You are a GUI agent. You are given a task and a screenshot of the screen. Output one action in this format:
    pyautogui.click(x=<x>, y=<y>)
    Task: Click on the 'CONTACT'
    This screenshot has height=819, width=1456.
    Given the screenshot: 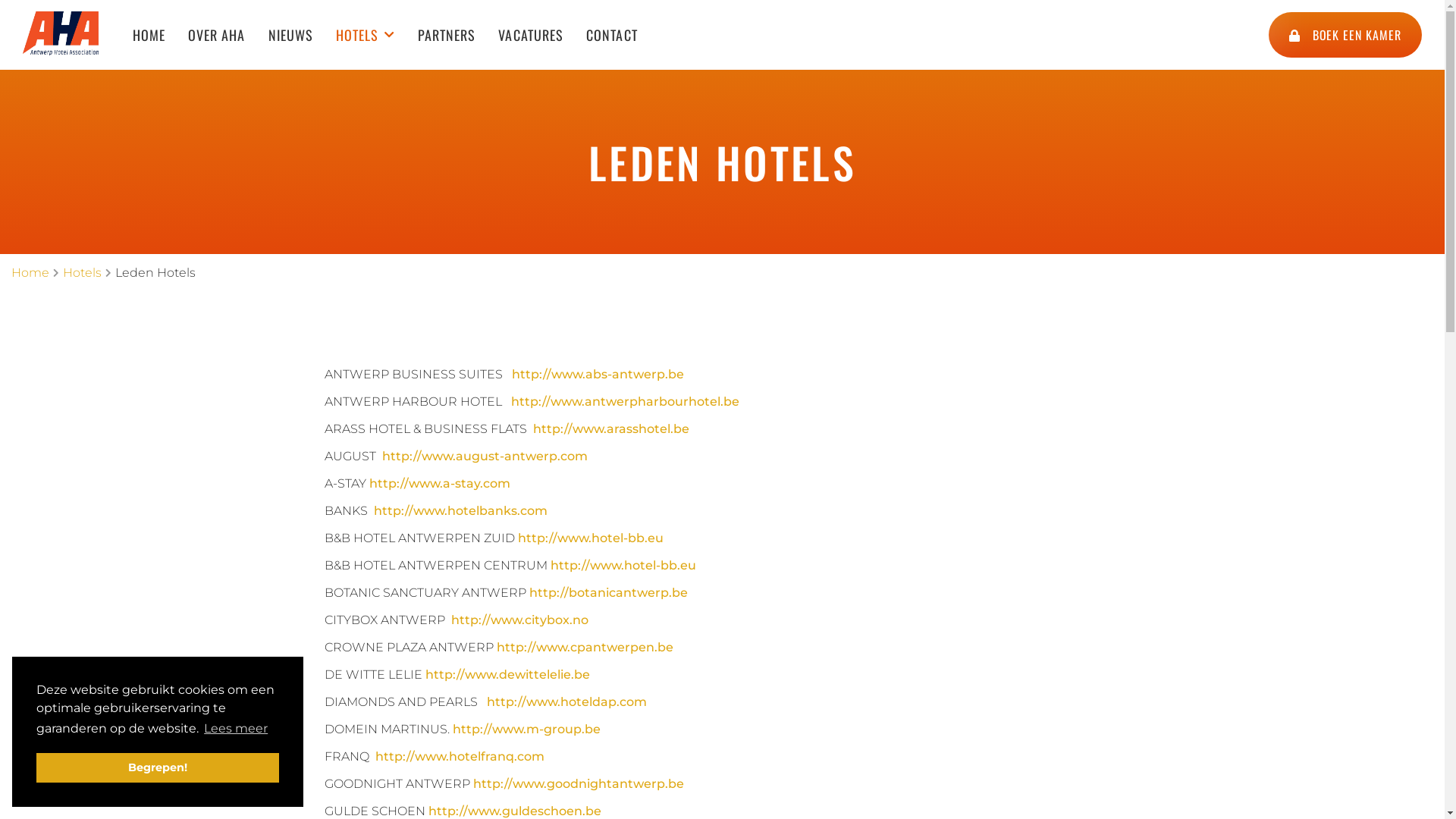 What is the action you would take?
    pyautogui.click(x=611, y=34)
    